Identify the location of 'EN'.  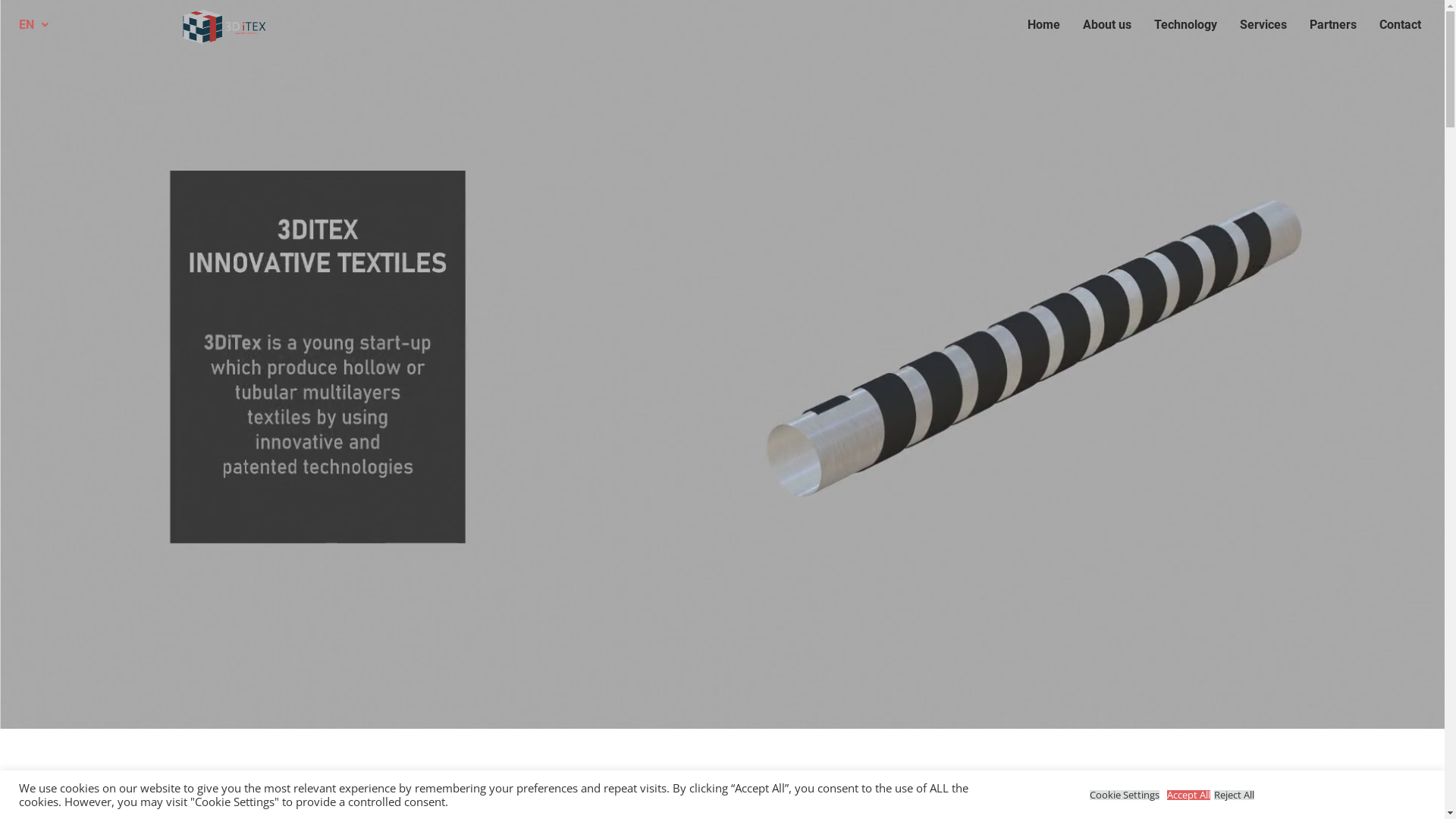
(33, 25).